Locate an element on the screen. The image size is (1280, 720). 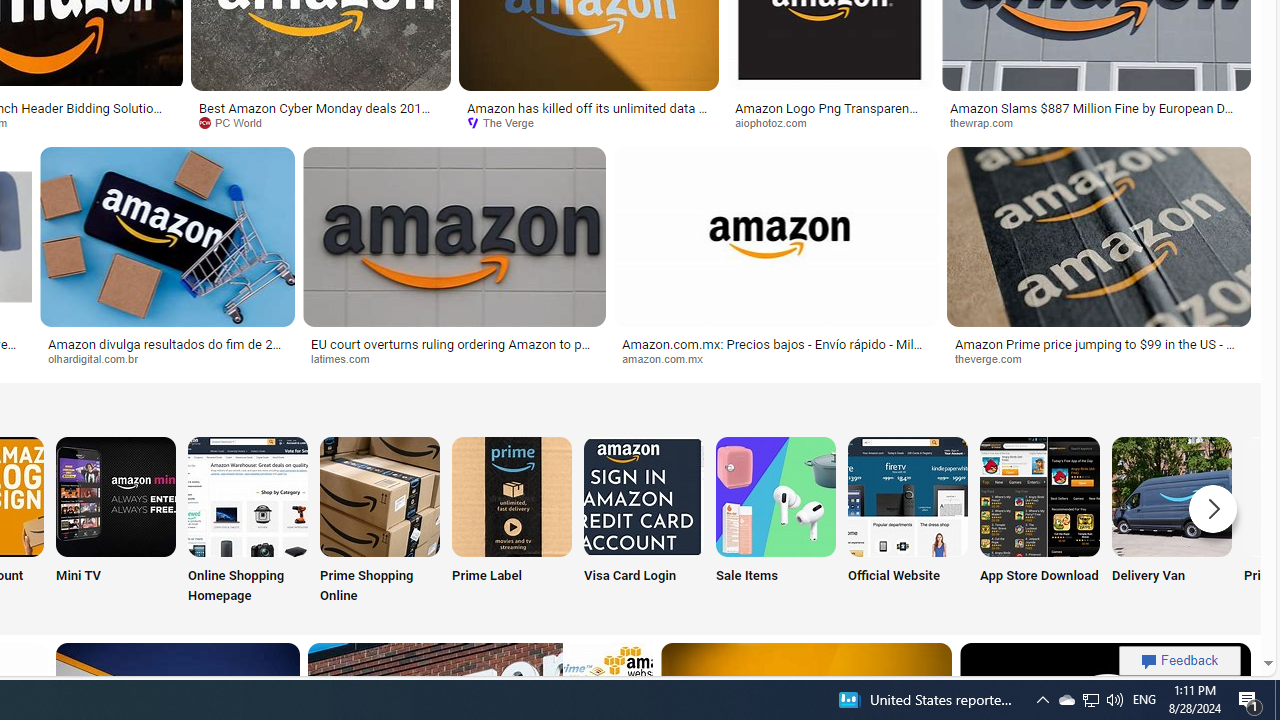
'Visa Card Login' is located at coordinates (643, 521).